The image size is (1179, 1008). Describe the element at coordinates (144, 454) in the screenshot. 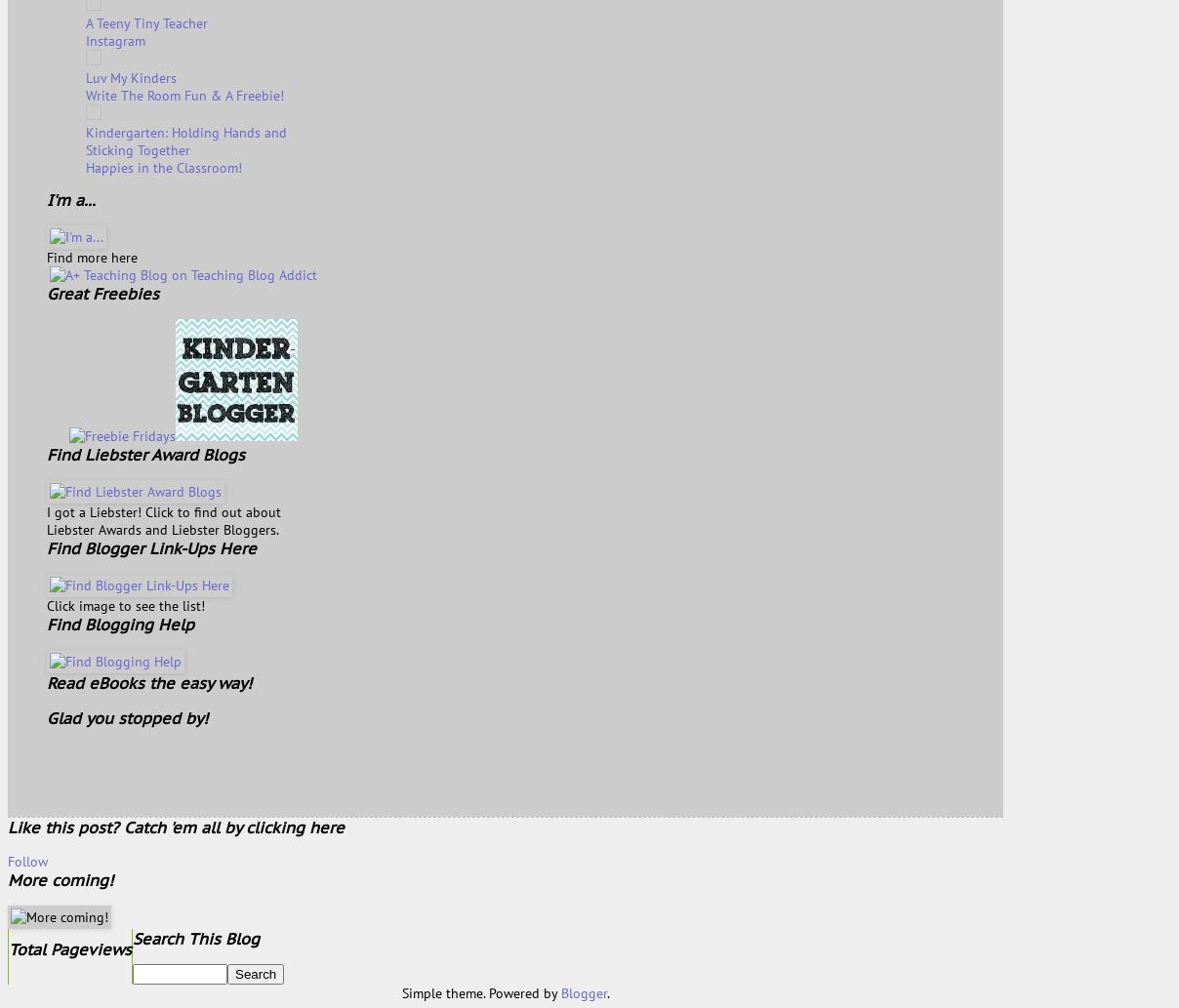

I see `'Find Liebster Award Blogs'` at that location.